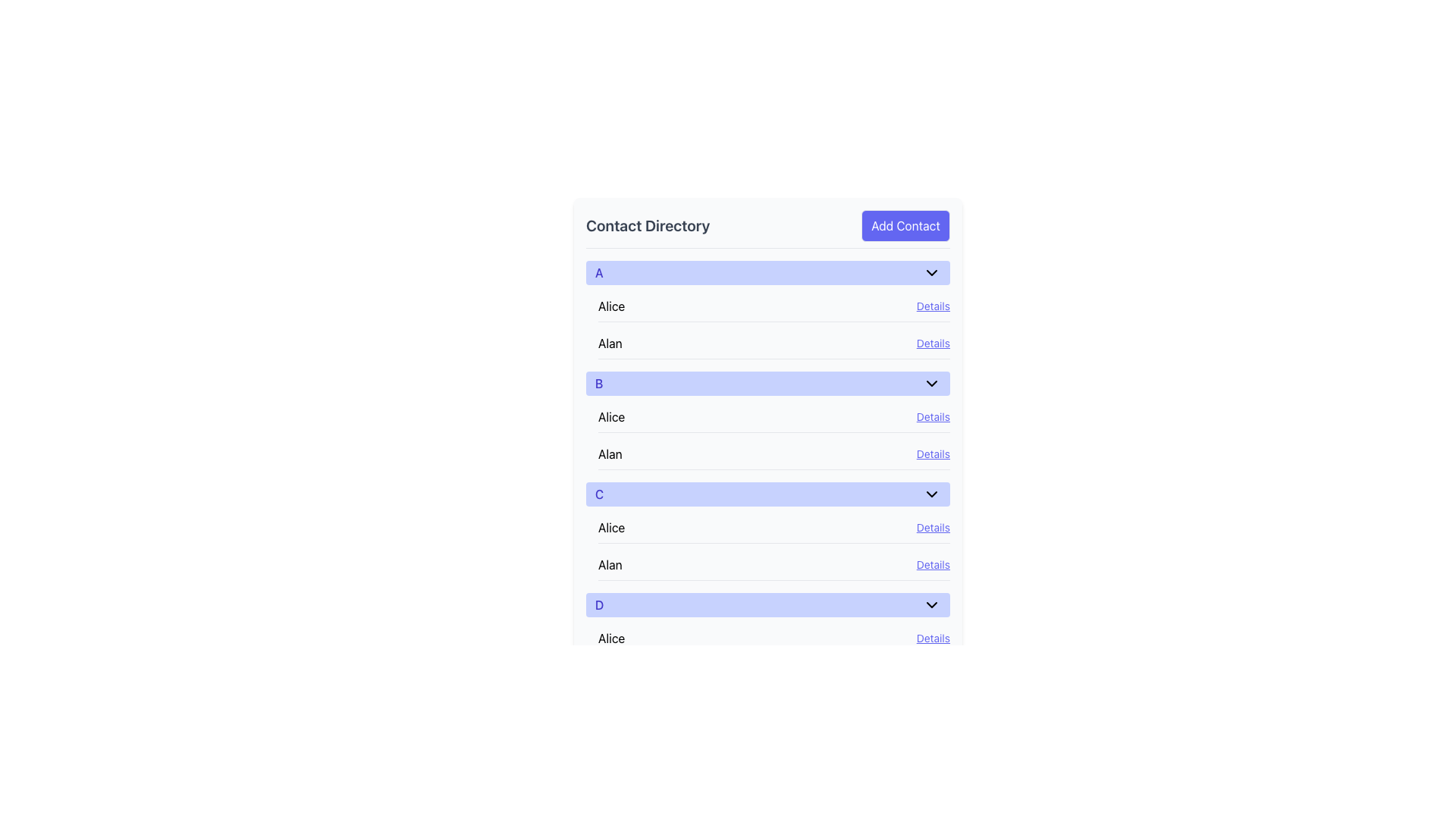 The image size is (1456, 819). Describe the element at coordinates (932, 526) in the screenshot. I see `the 'Details' hyperlink, which is an underlined text label in indigo color located to the right of 'Alice'` at that location.